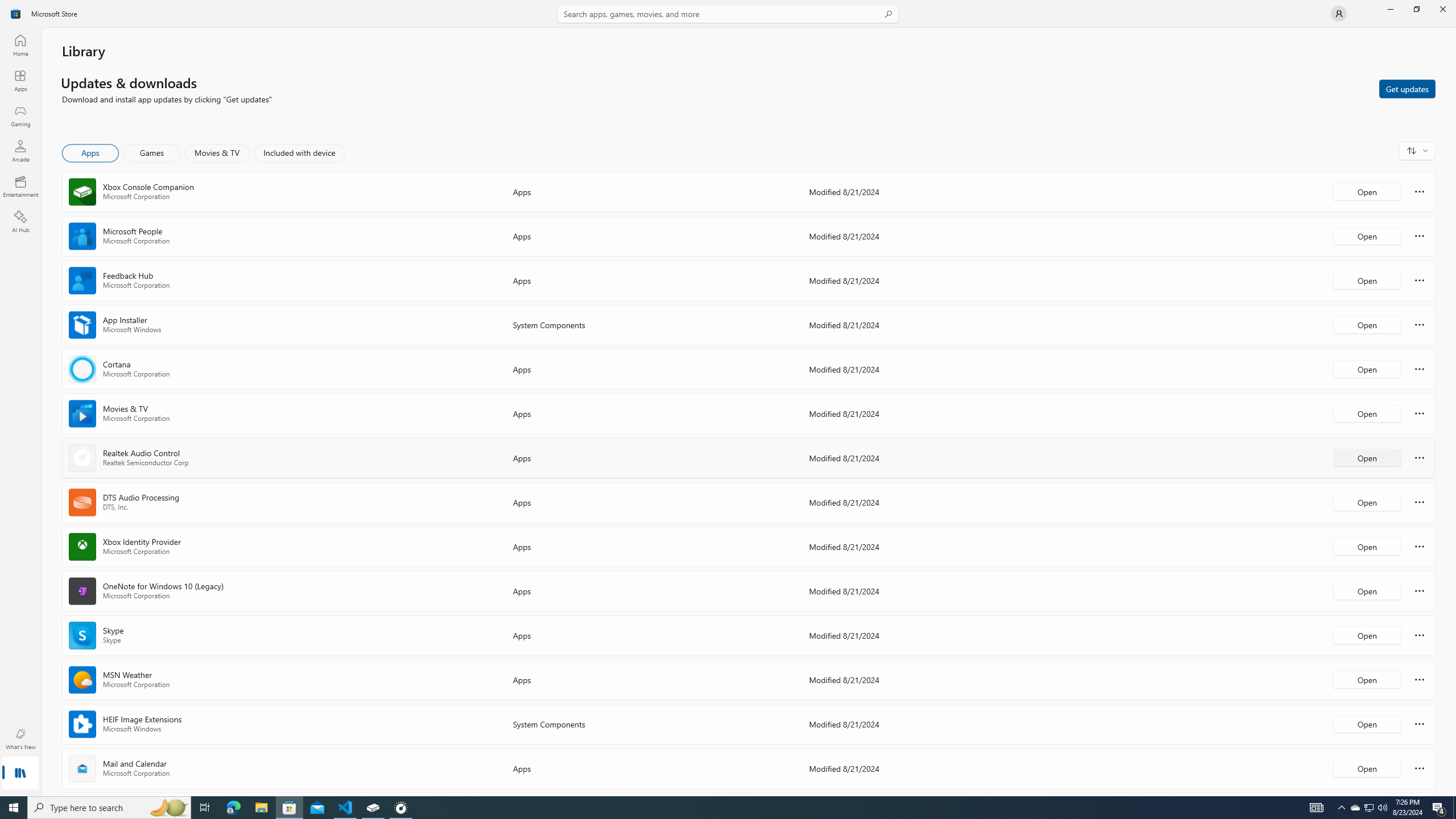 Image resolution: width=1456 pixels, height=819 pixels. What do you see at coordinates (1419, 767) in the screenshot?
I see `'More options'` at bounding box center [1419, 767].